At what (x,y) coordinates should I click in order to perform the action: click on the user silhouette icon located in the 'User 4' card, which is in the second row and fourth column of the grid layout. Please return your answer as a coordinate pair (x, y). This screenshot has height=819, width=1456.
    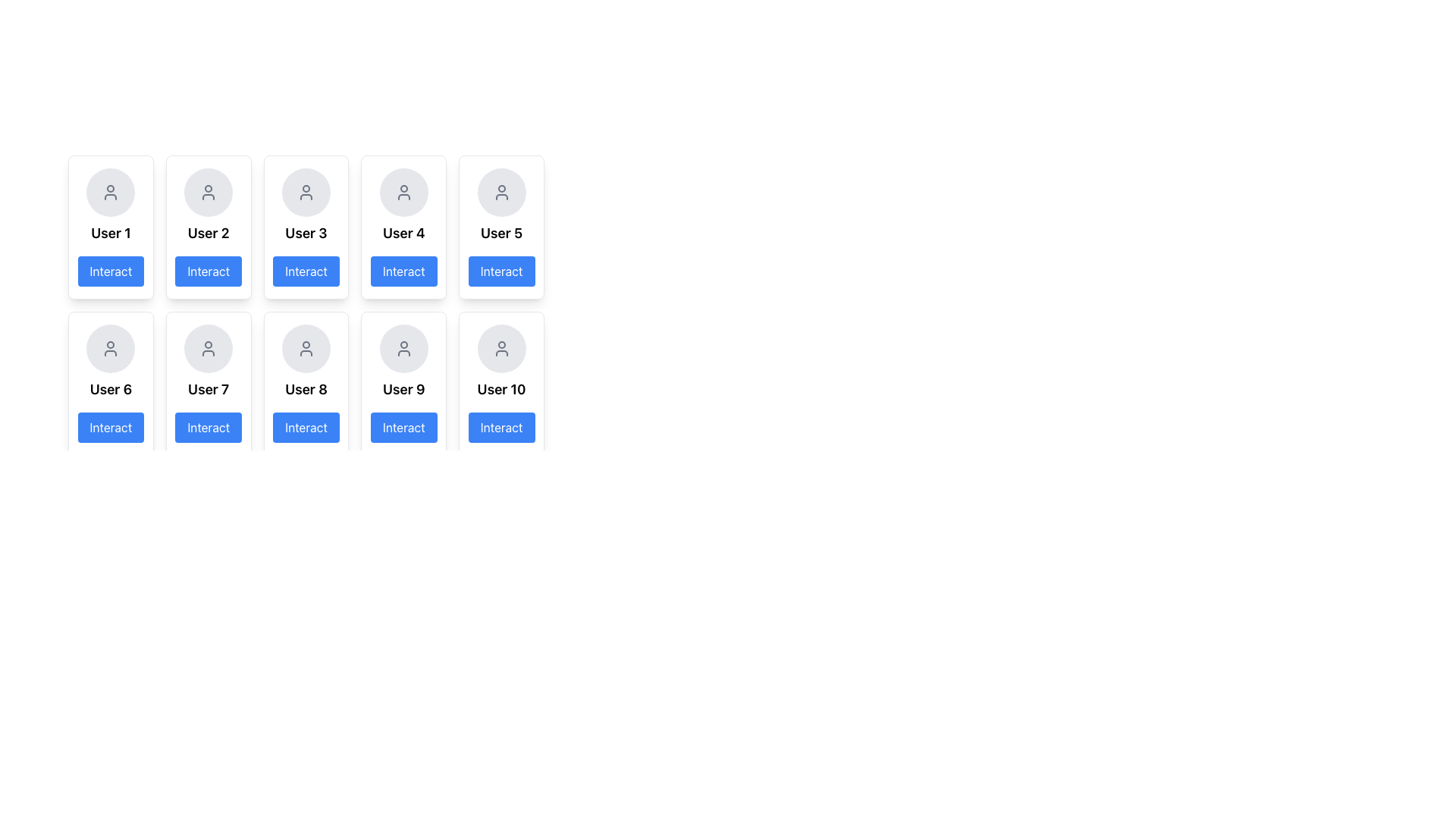
    Looking at the image, I should click on (403, 192).